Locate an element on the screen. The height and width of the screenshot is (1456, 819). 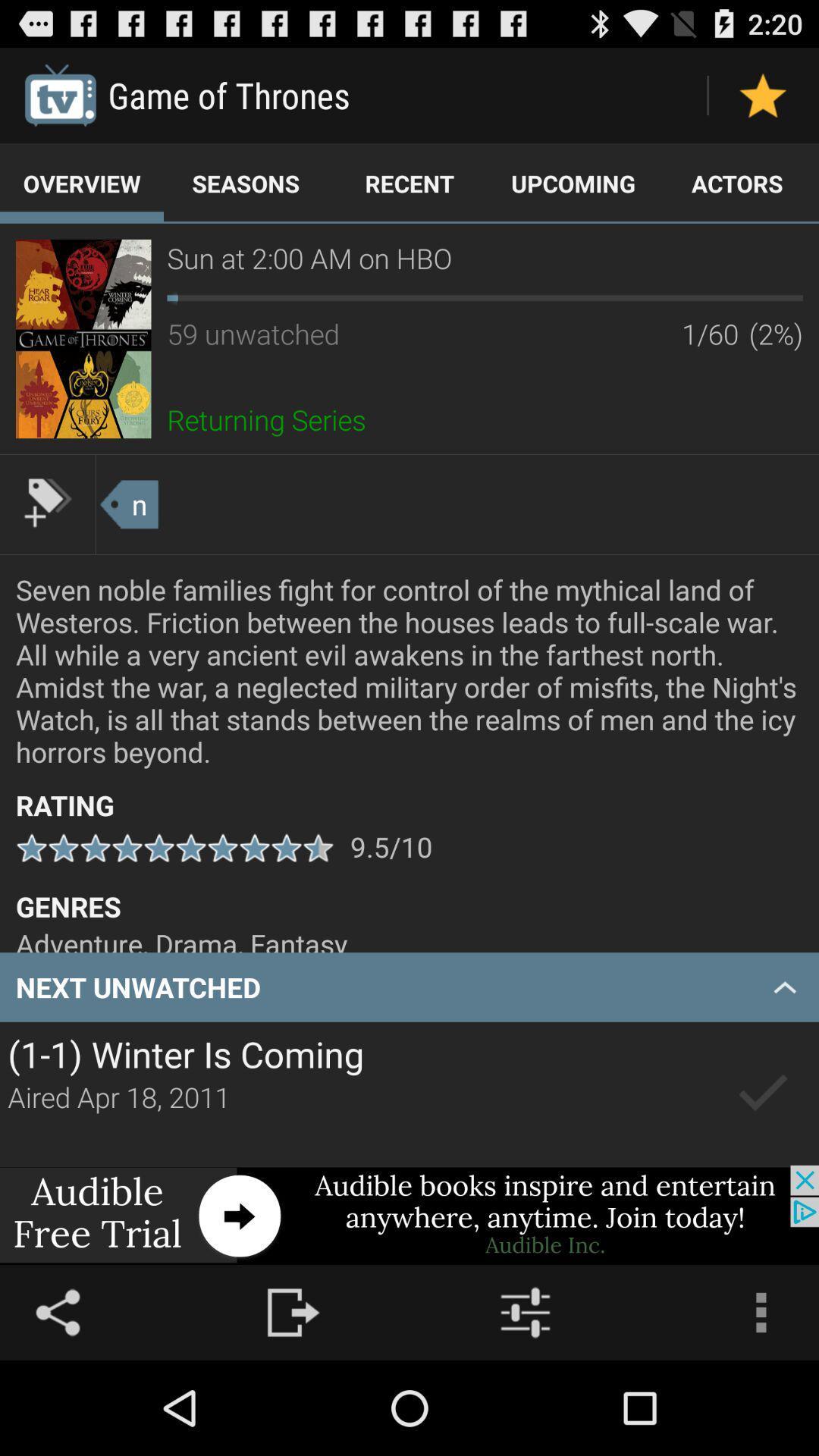
the tag another image is located at coordinates (46, 502).